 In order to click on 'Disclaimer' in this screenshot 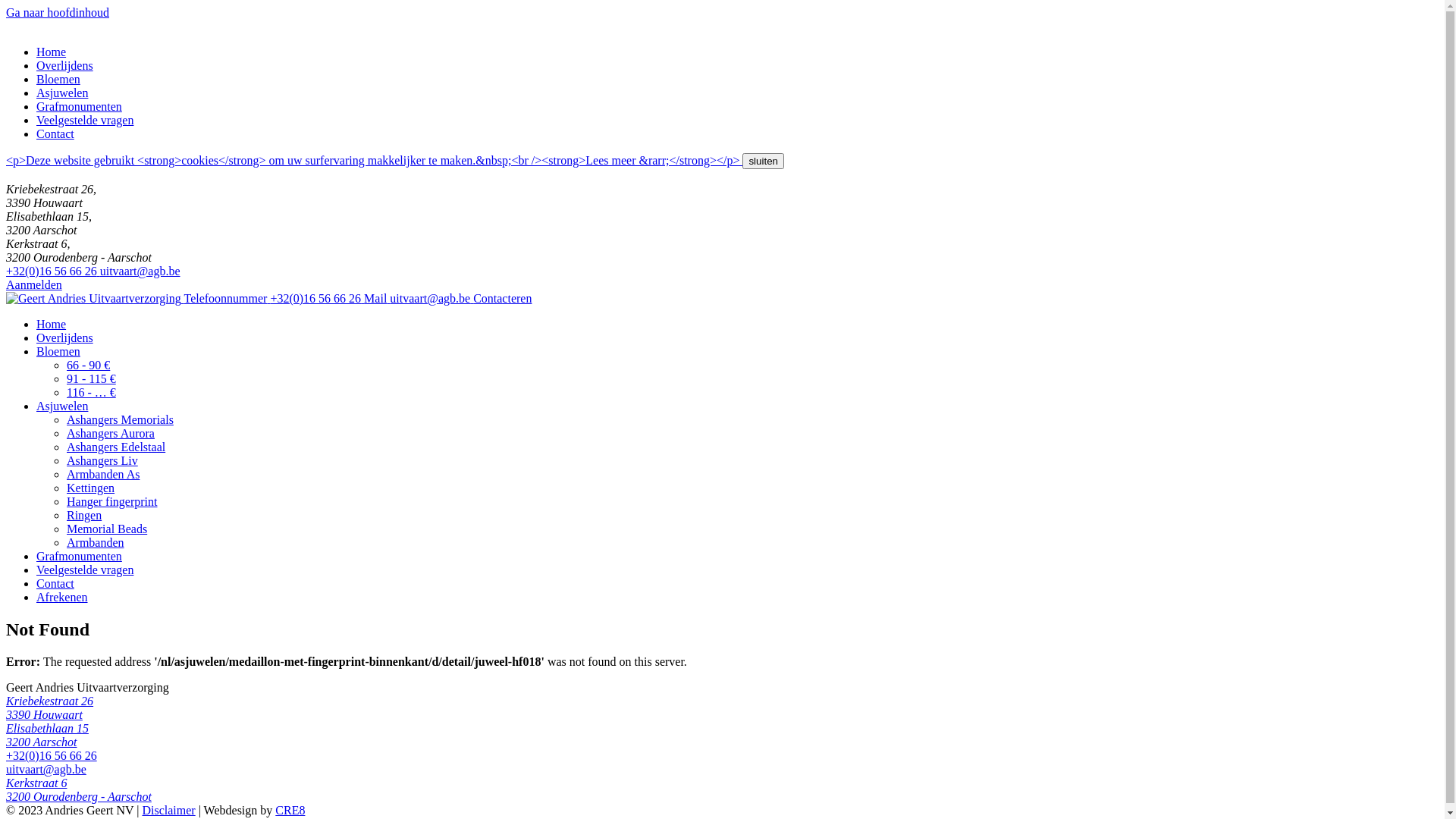, I will do `click(168, 809)`.